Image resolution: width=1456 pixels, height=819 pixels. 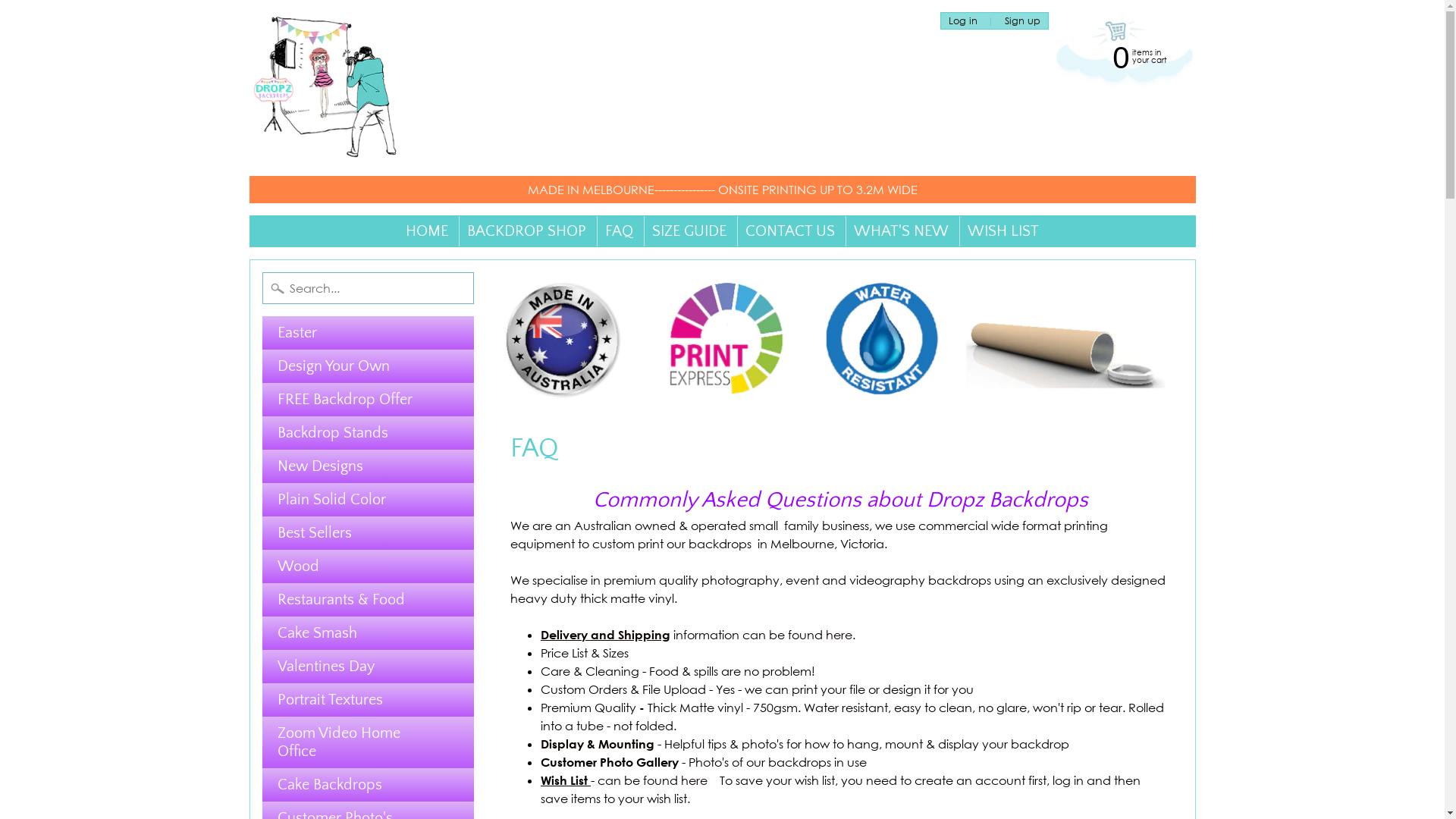 What do you see at coordinates (368, 500) in the screenshot?
I see `'Plain Solid Color'` at bounding box center [368, 500].